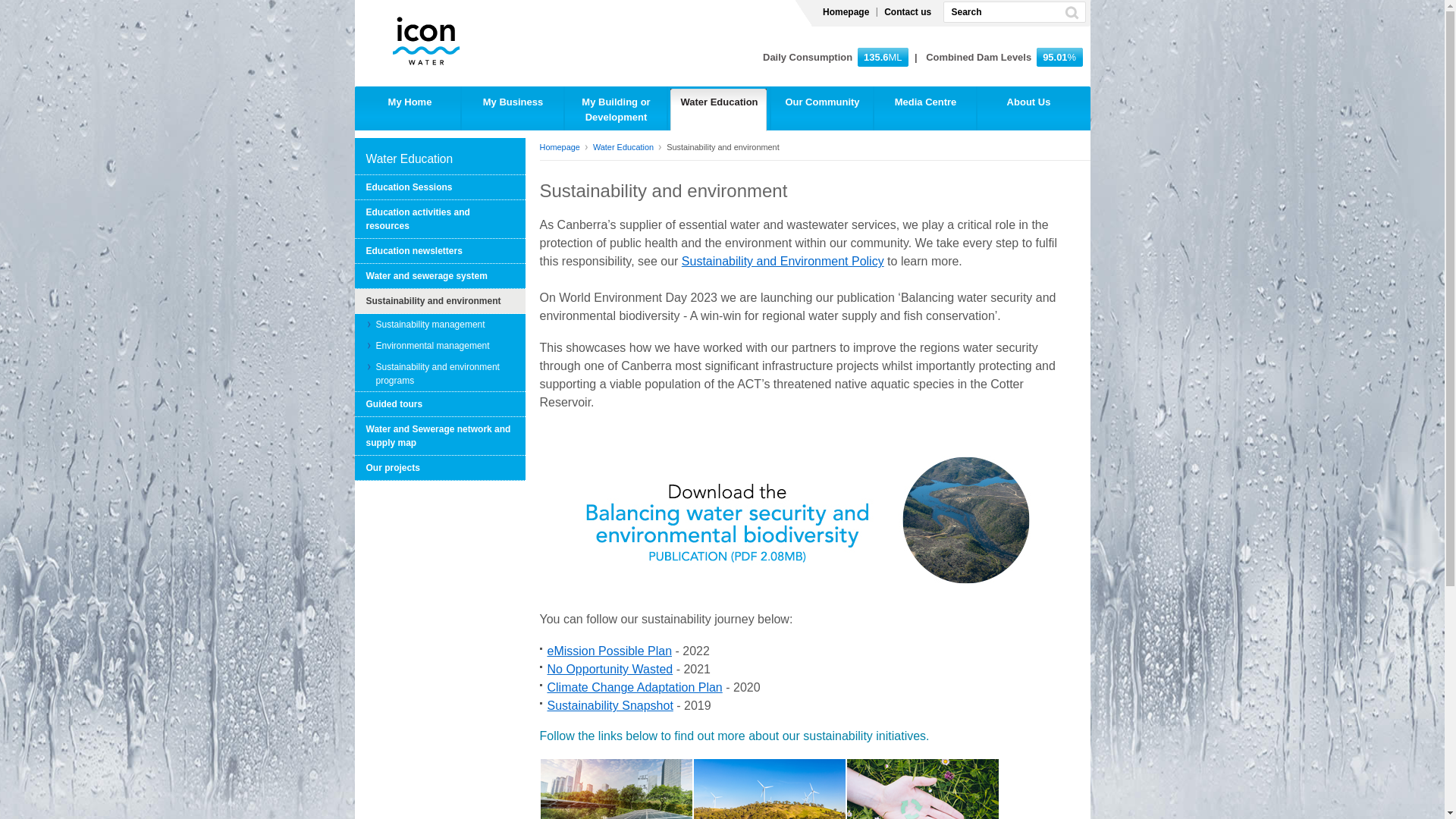 The width and height of the screenshot is (1456, 819). What do you see at coordinates (610, 668) in the screenshot?
I see `'No Opportunity Wasted'` at bounding box center [610, 668].